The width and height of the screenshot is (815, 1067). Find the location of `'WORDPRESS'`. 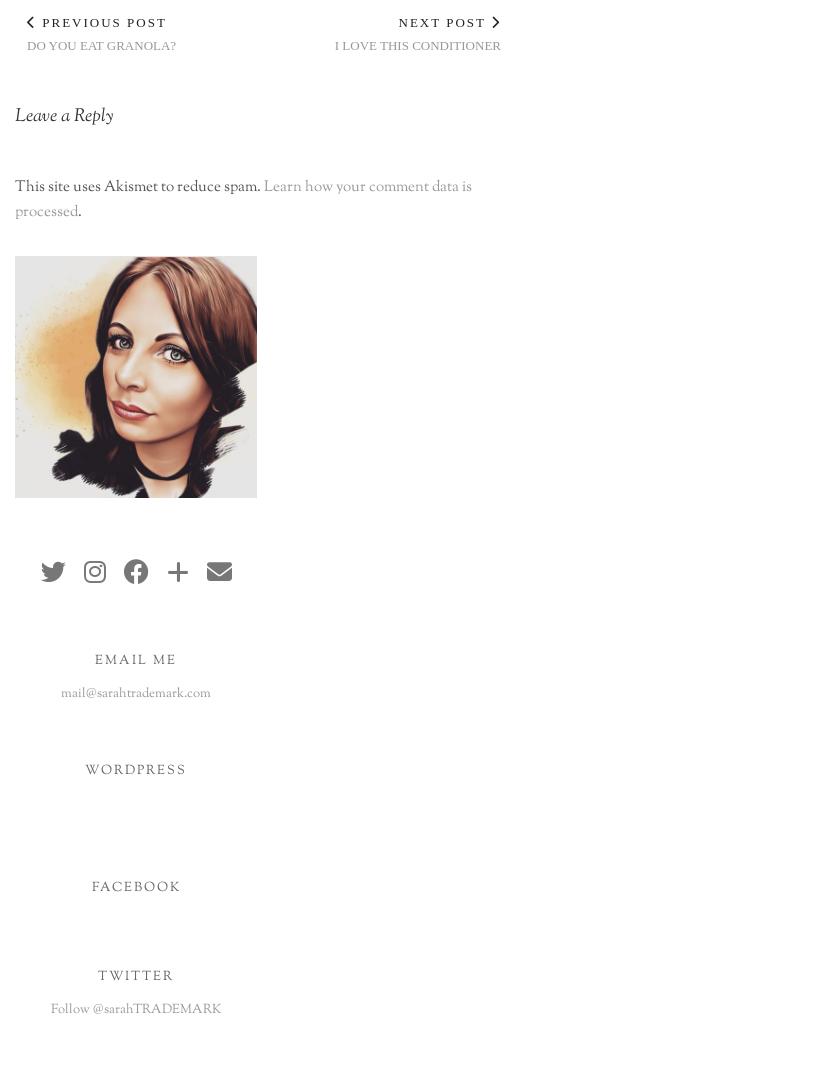

'WORDPRESS' is located at coordinates (135, 770).